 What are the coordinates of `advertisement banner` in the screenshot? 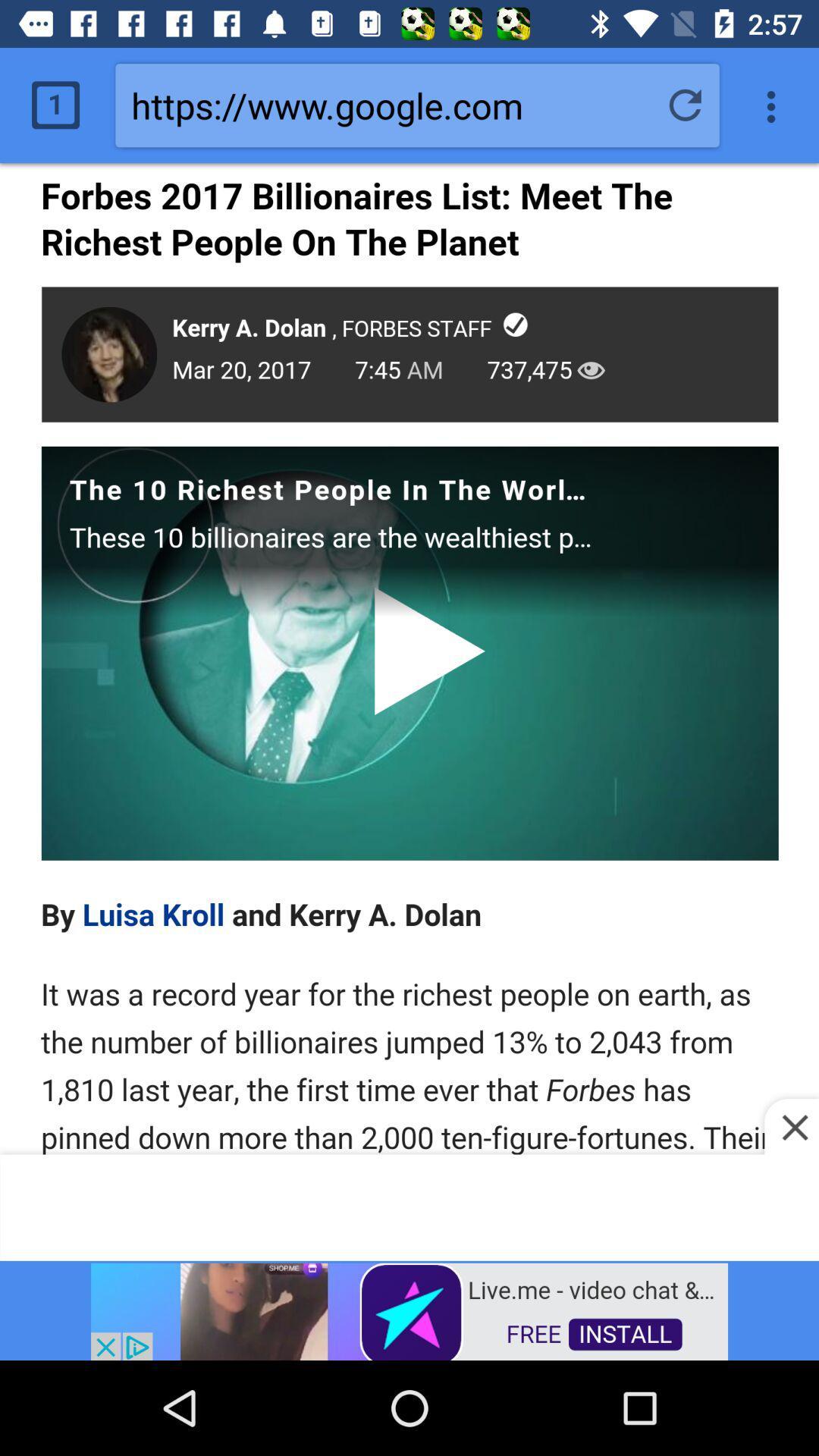 It's located at (409, 1310).